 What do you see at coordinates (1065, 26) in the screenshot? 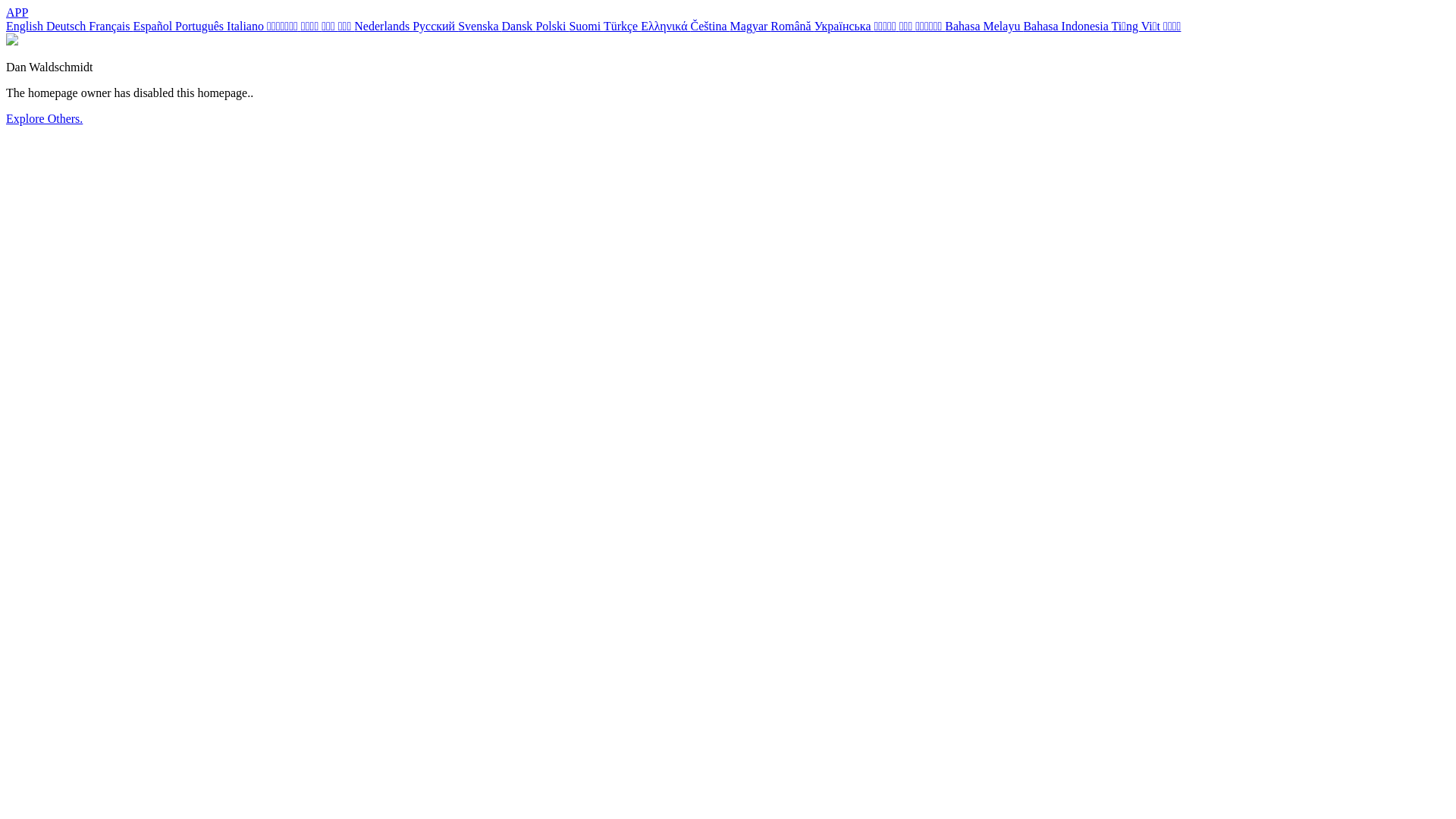
I see `'Bahasa Indonesia'` at bounding box center [1065, 26].